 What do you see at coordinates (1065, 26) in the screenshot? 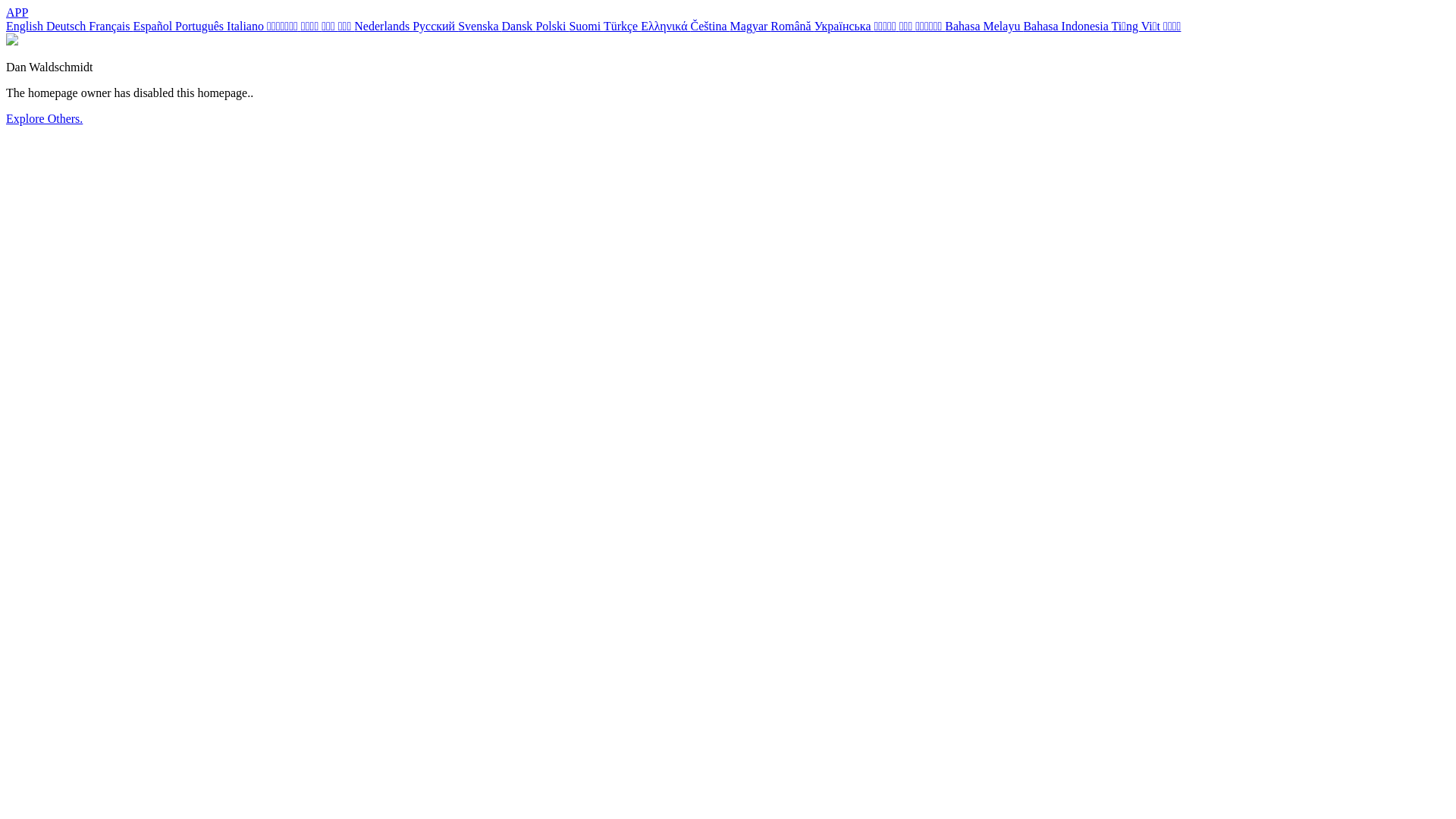
I see `'Bahasa Indonesia'` at bounding box center [1065, 26].